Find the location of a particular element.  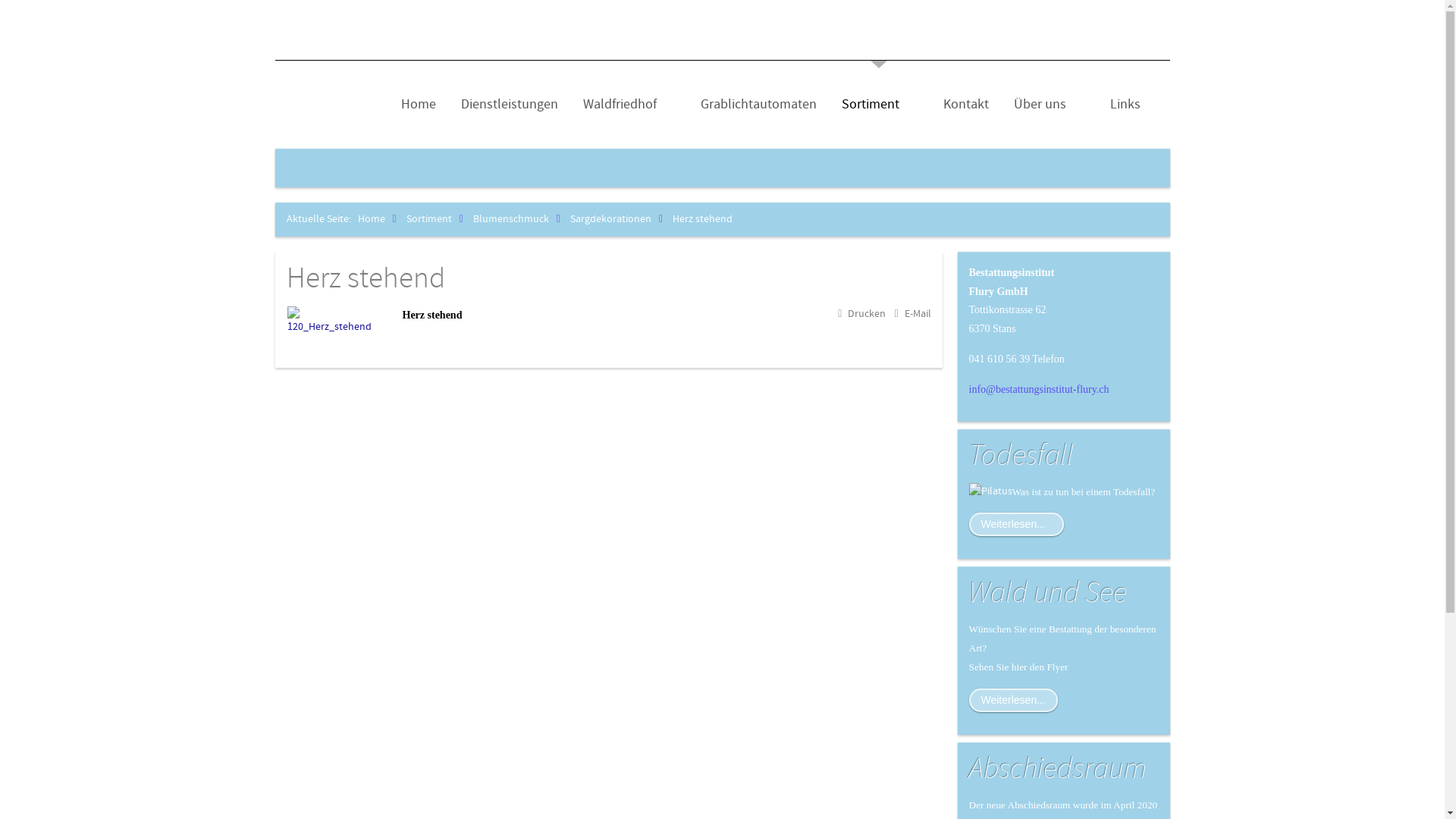

'Home' is located at coordinates (381, 219).